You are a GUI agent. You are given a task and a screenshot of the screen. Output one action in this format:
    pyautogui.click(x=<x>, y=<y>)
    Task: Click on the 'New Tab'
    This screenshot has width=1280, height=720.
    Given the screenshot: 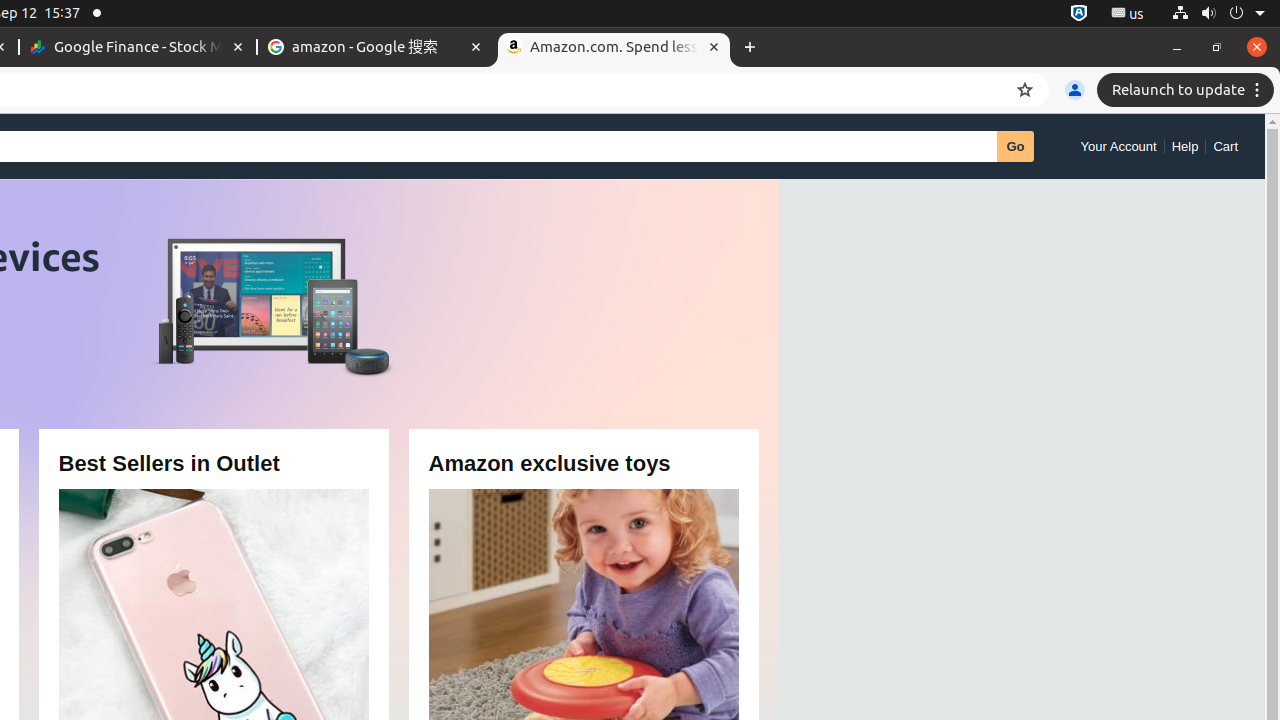 What is the action you would take?
    pyautogui.click(x=748, y=46)
    